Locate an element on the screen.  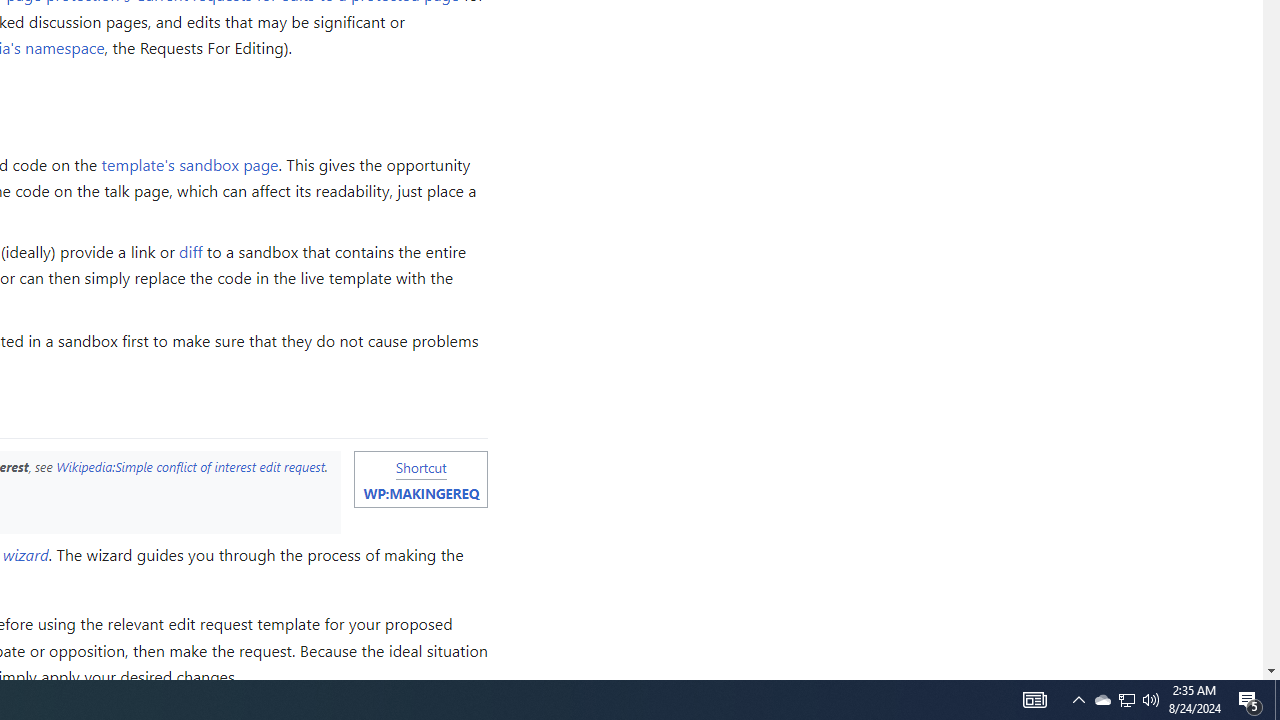
'Shortcut' is located at coordinates (420, 467).